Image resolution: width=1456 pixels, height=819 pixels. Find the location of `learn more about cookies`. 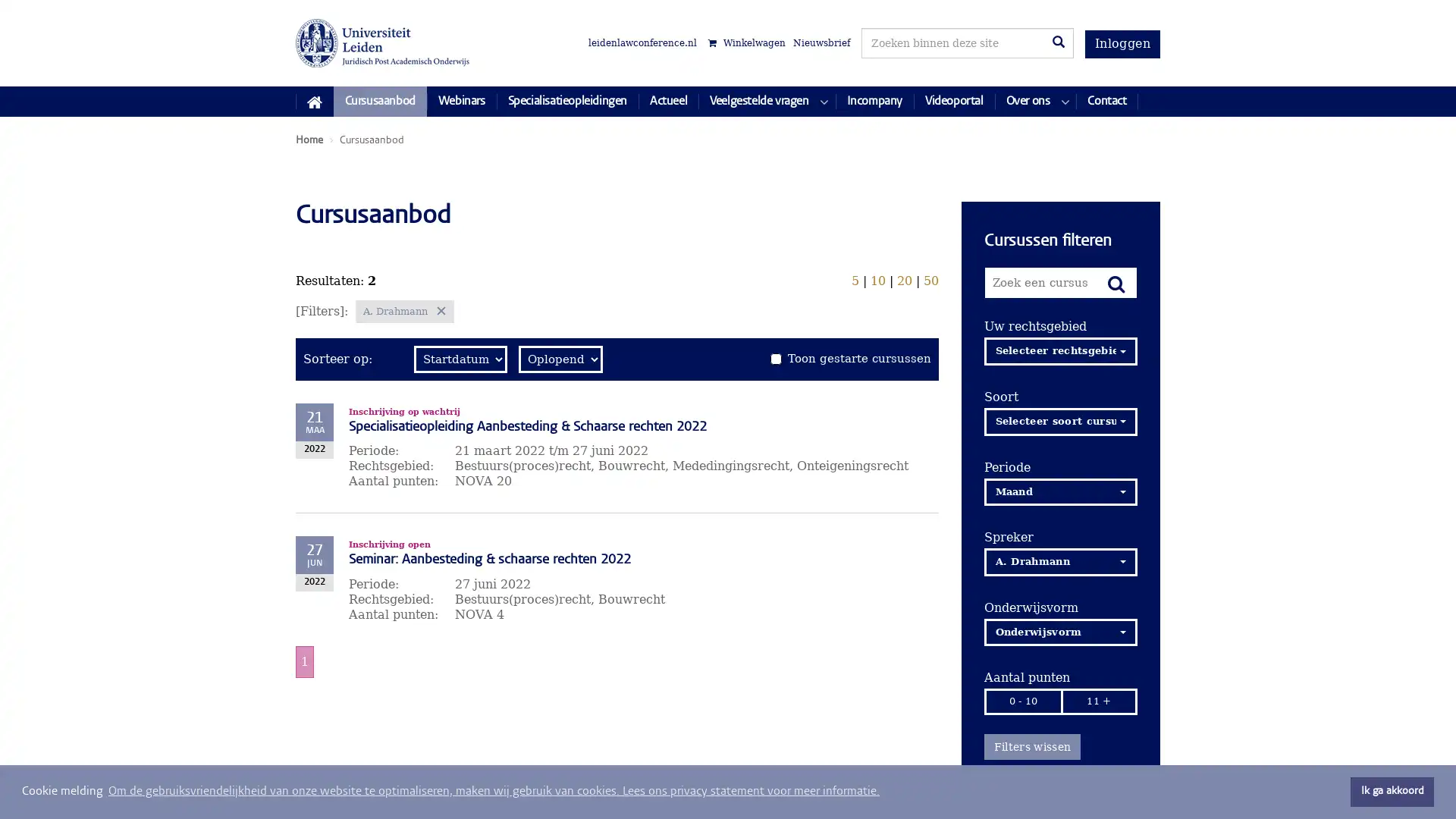

learn more about cookies is located at coordinates (494, 791).